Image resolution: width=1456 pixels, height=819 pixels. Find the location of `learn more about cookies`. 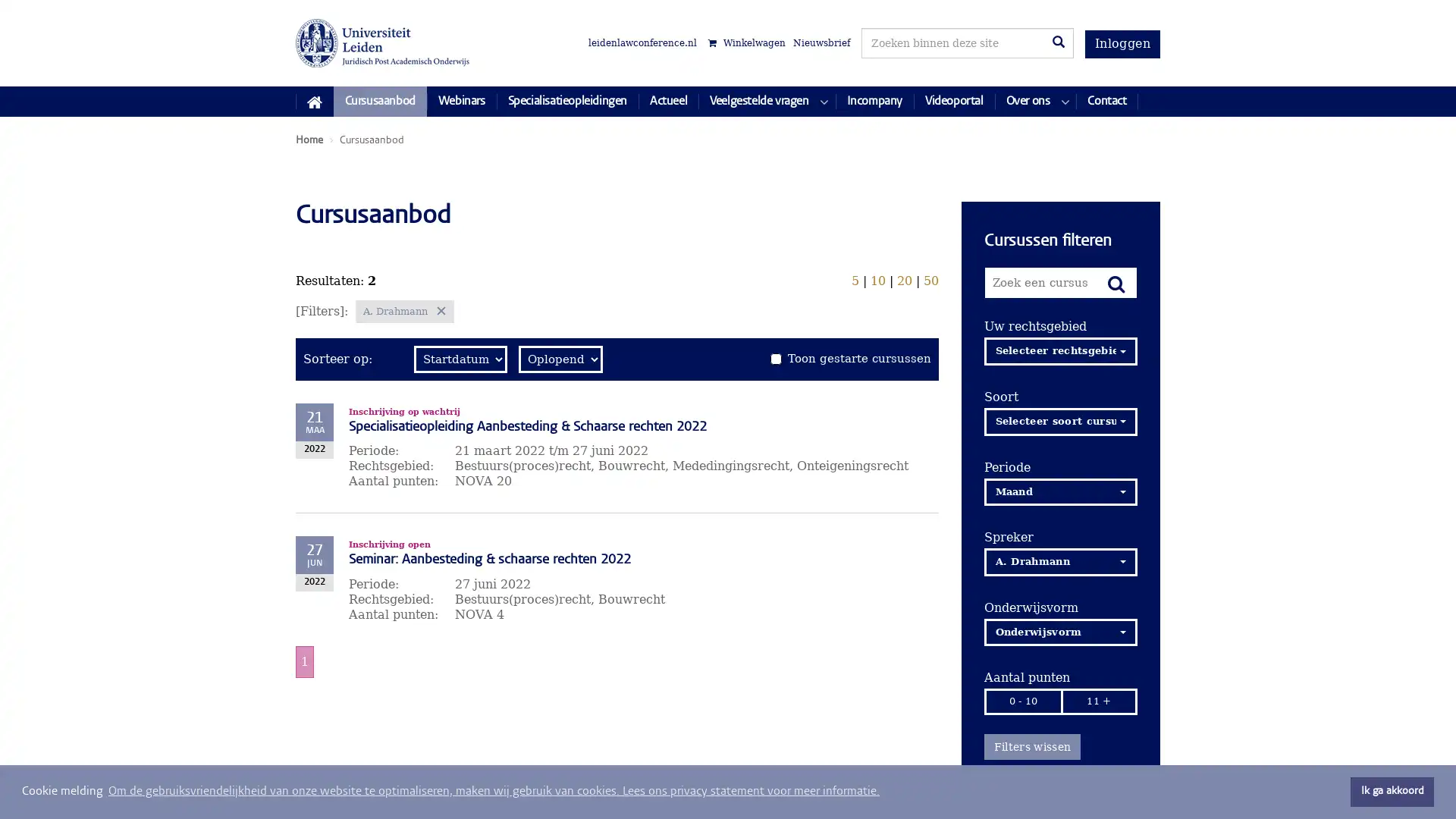

learn more about cookies is located at coordinates (494, 791).